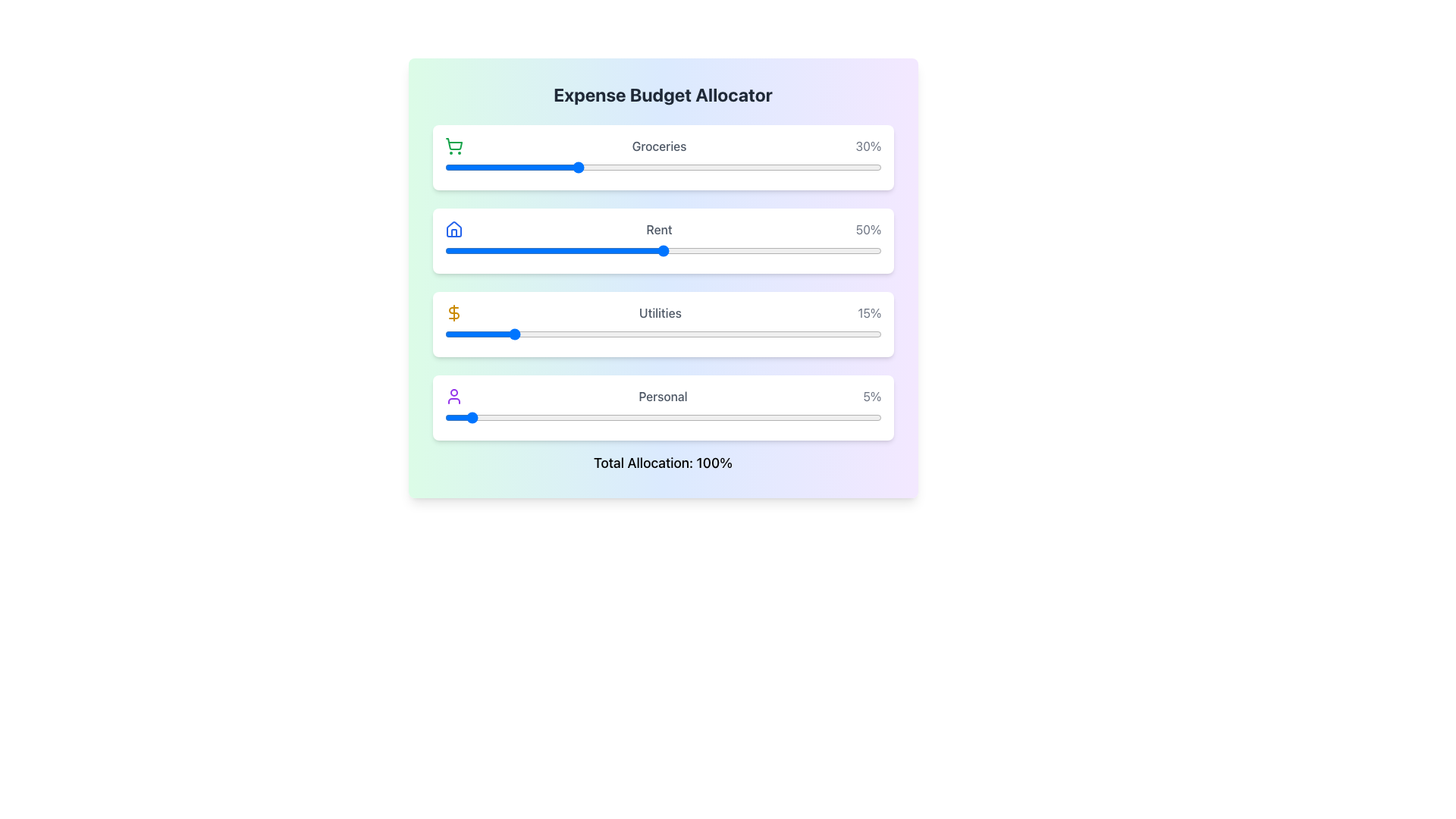 The width and height of the screenshot is (1456, 819). I want to click on the range slider located in the 'Rent' category section, positioned below the text 'Rent' and the percentage '50%', so click(663, 250).